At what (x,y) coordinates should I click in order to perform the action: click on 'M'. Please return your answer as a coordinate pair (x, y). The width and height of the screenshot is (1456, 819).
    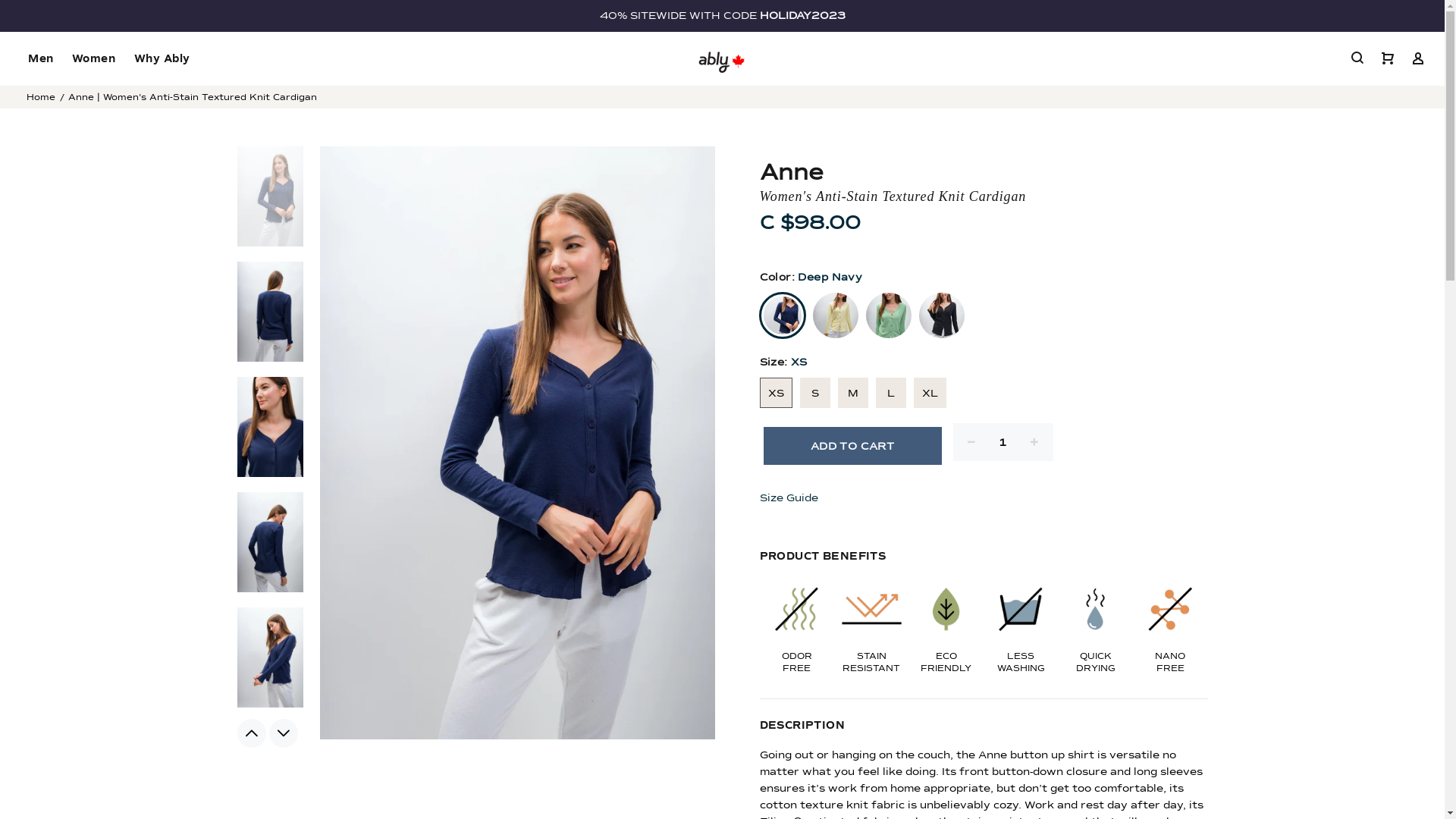
    Looking at the image, I should click on (852, 391).